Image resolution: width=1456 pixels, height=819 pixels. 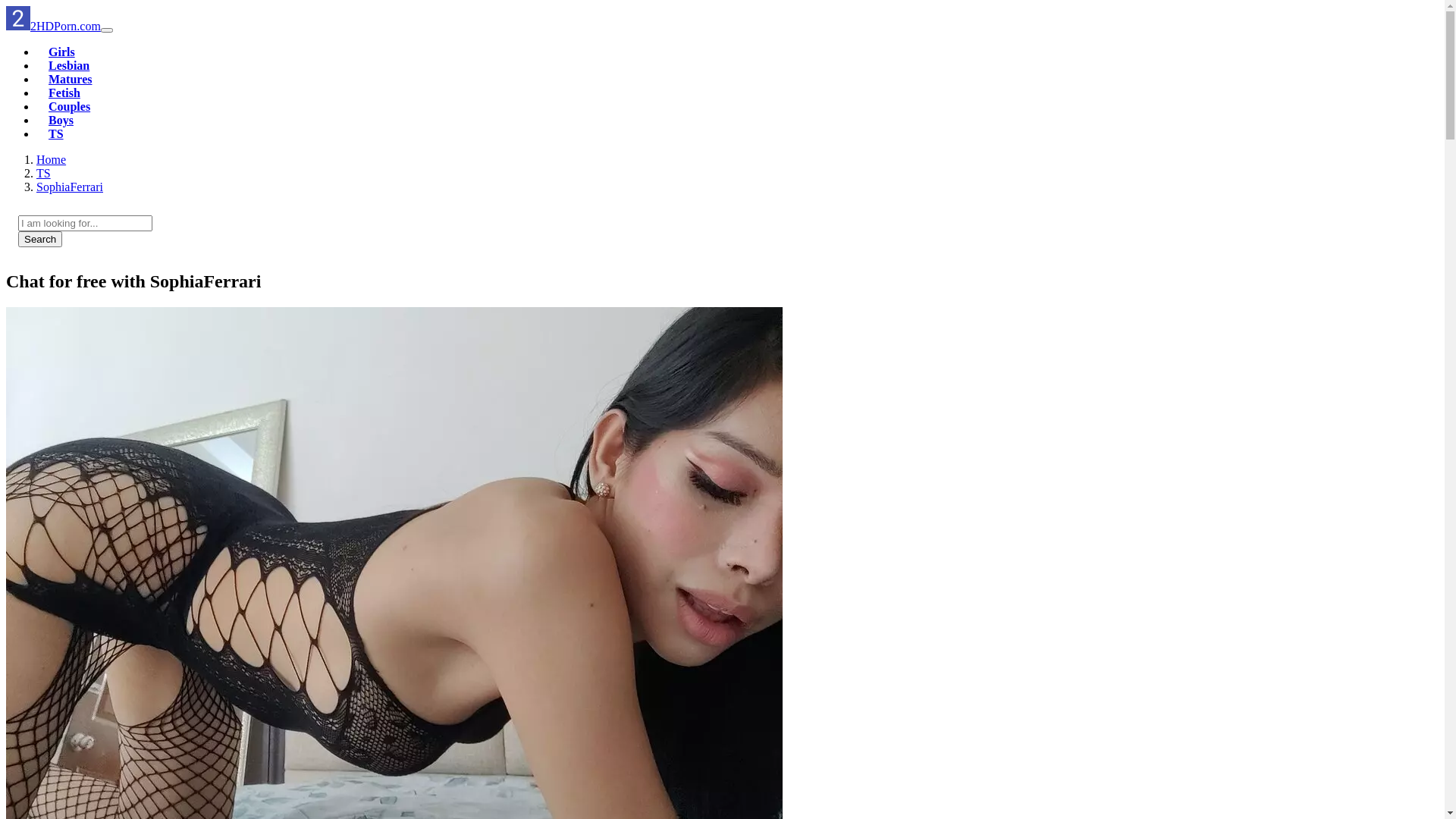 I want to click on 'Fetish', so click(x=64, y=93).